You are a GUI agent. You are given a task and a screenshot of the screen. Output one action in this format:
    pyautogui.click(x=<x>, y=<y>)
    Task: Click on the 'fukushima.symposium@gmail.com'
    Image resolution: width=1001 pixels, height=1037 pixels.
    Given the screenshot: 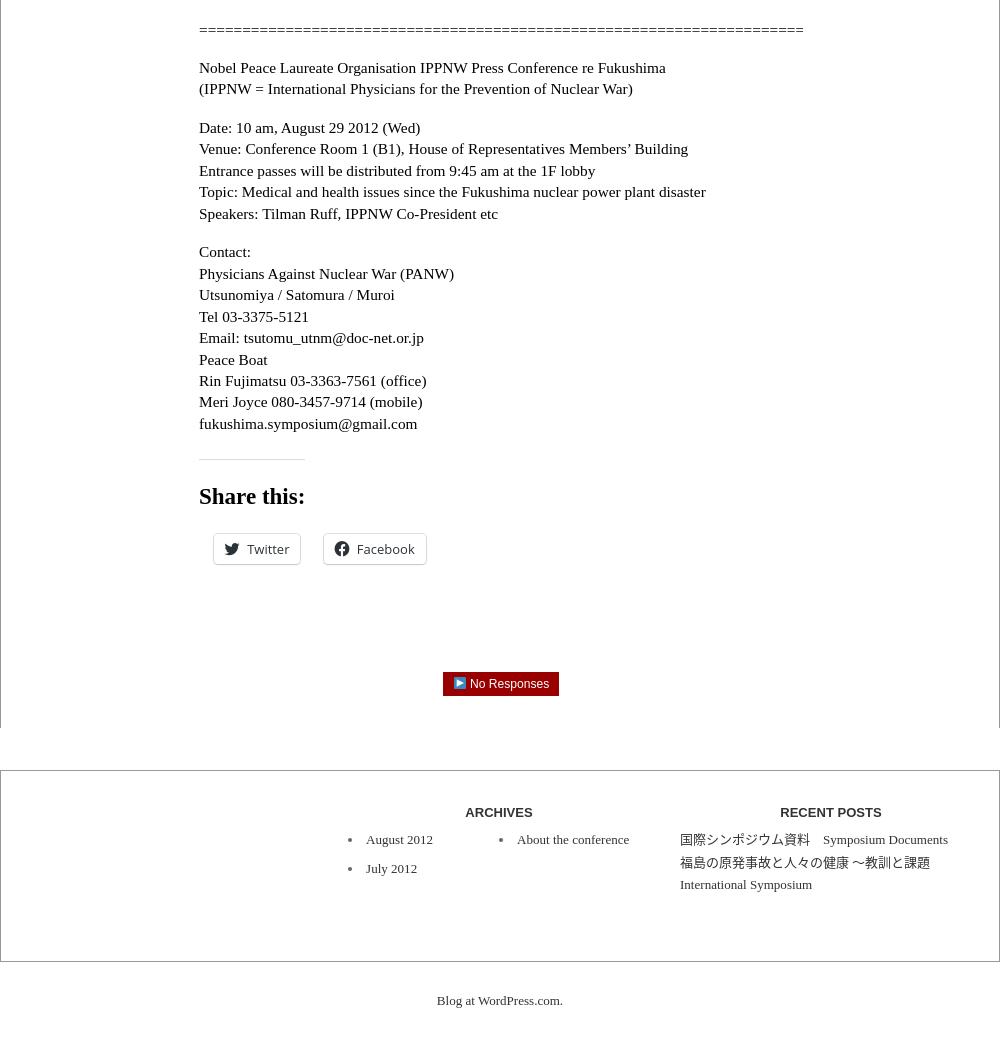 What is the action you would take?
    pyautogui.click(x=308, y=421)
    